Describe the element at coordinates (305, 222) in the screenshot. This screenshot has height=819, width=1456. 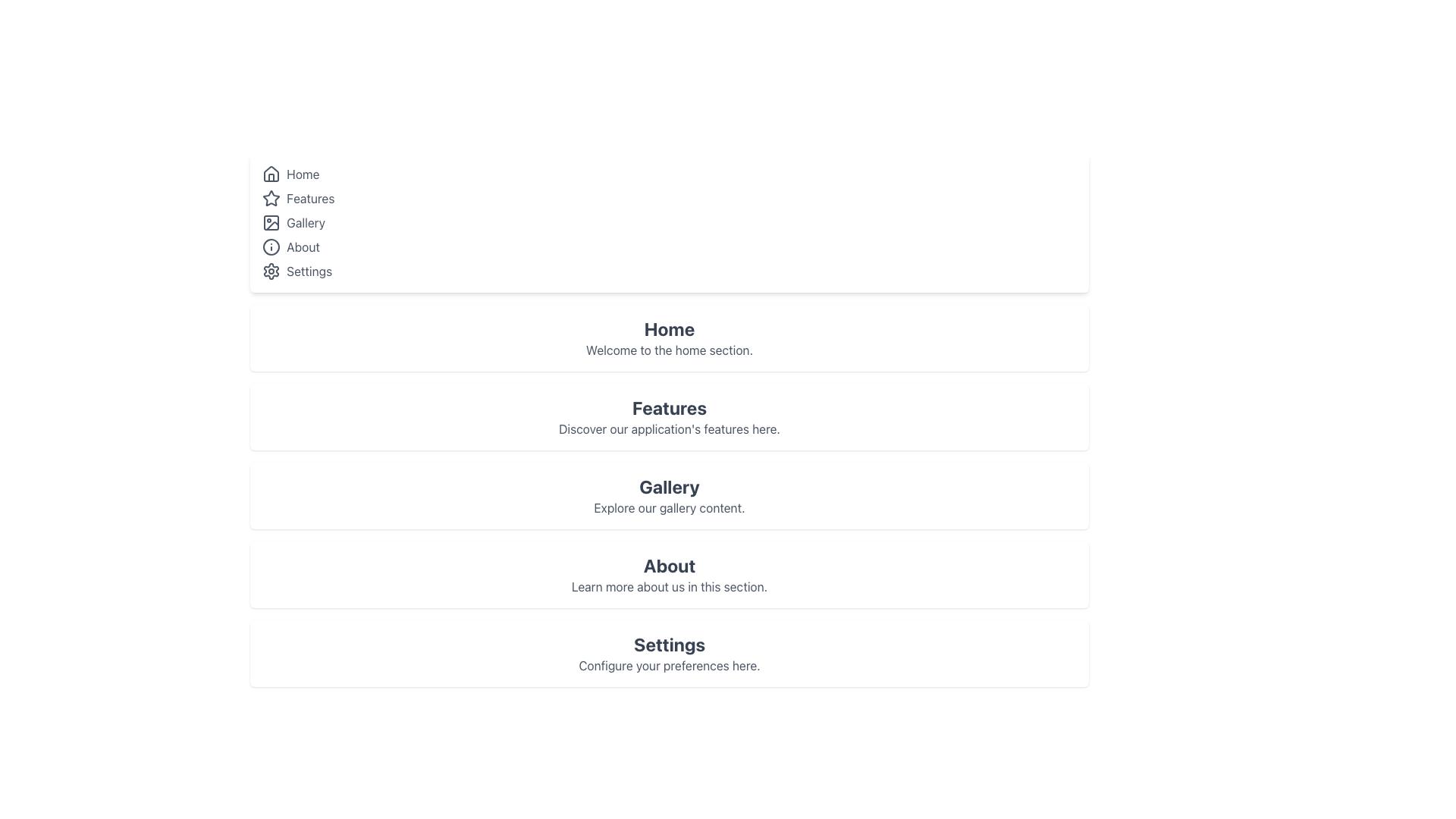
I see `the 'Gallery' text label, which is the third item in a vertical navigation list, located between 'Features' and 'About'` at that location.